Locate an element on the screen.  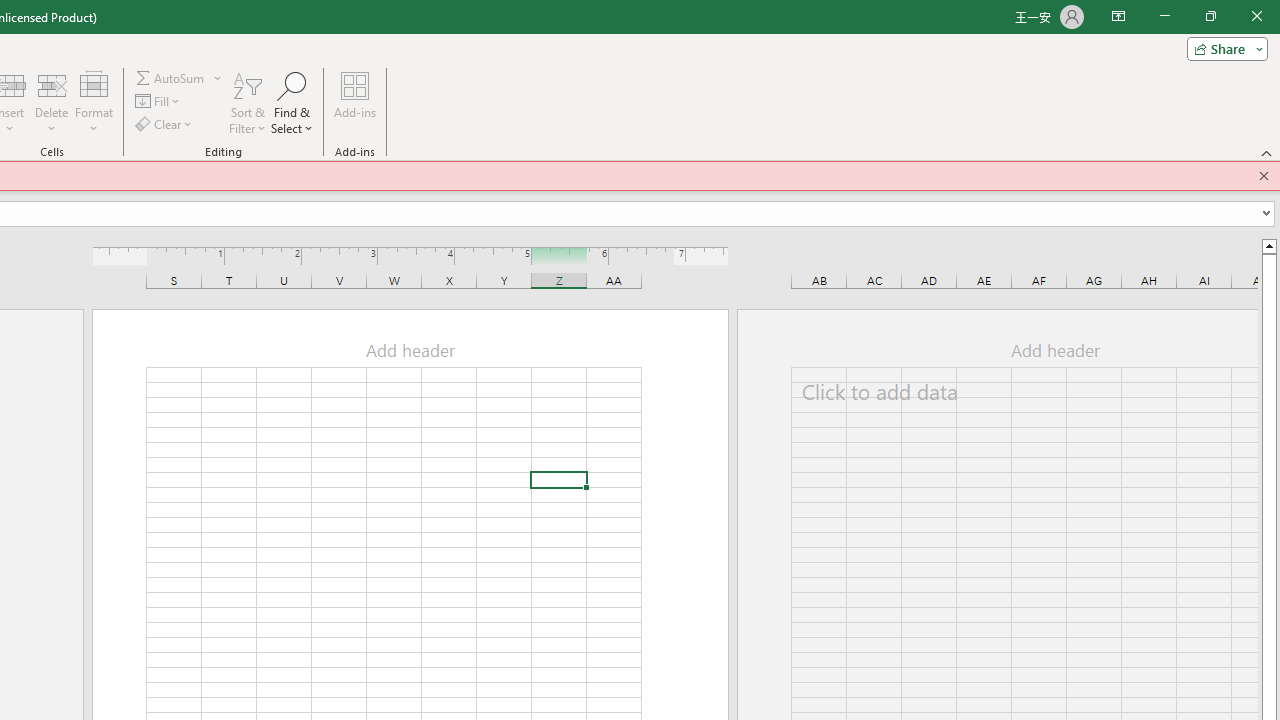
'Format' is located at coordinates (93, 103).